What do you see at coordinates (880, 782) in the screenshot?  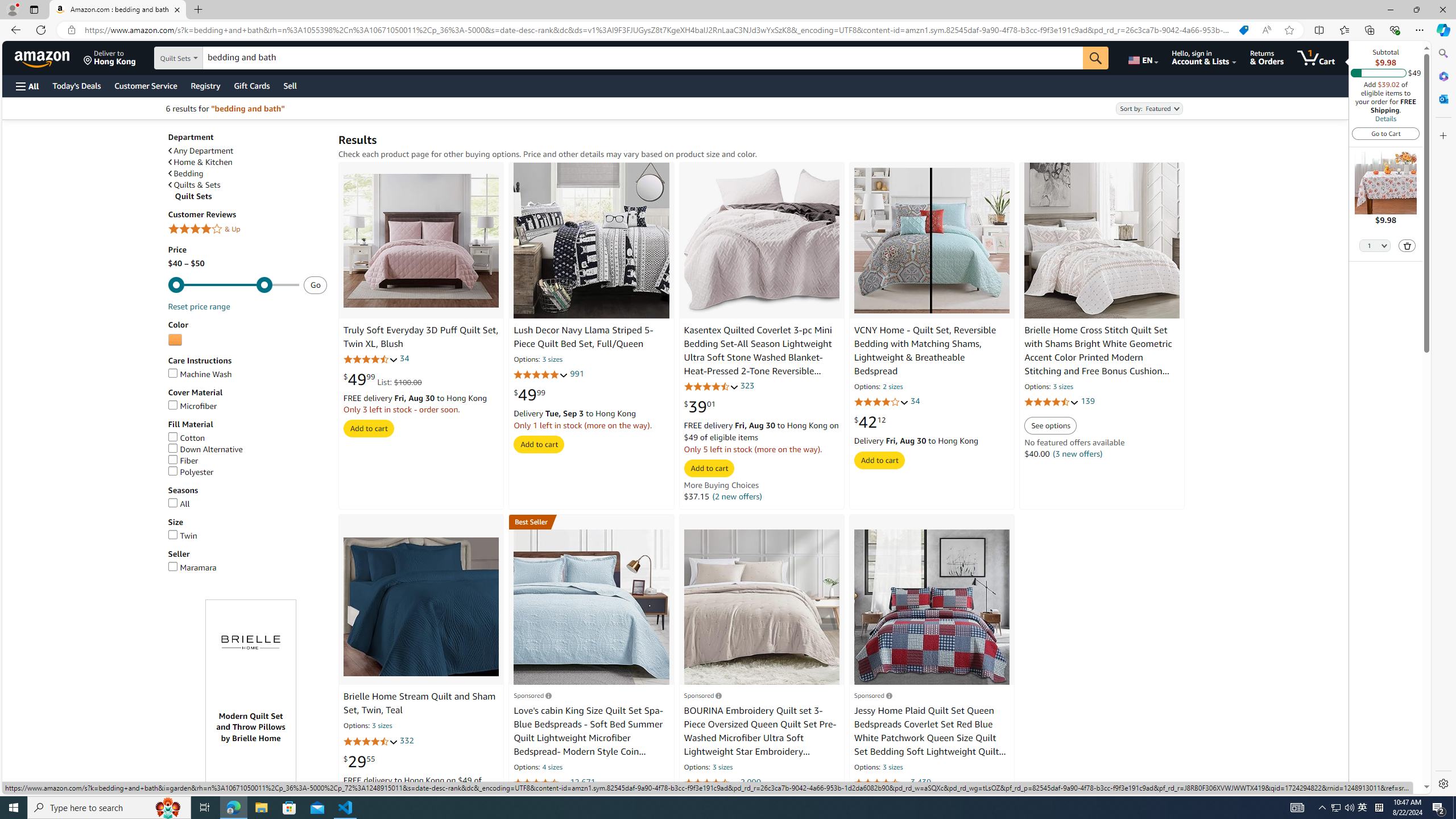 I see `'4.4 out of 5 stars'` at bounding box center [880, 782].